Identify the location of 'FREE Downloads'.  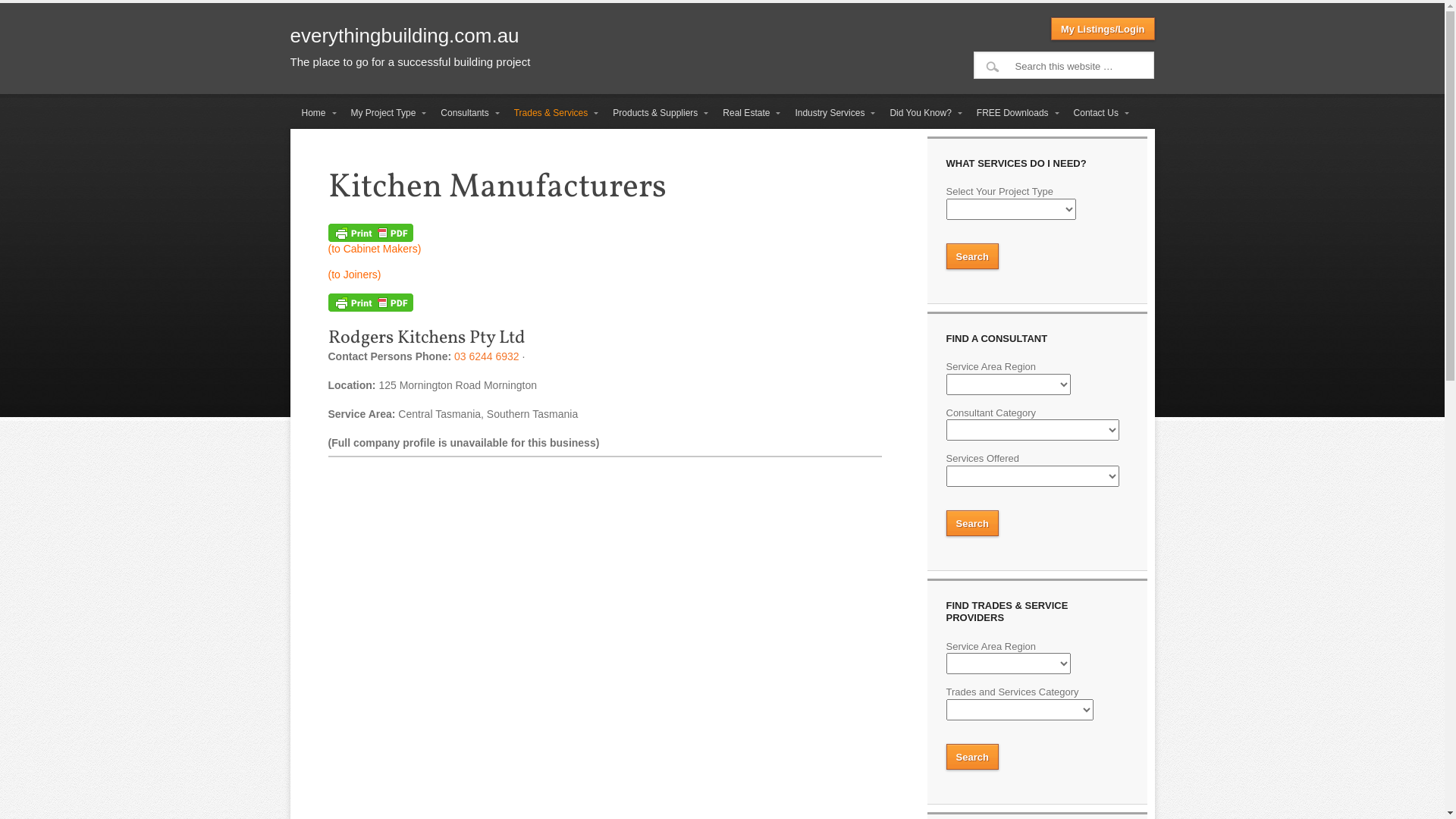
(1014, 112).